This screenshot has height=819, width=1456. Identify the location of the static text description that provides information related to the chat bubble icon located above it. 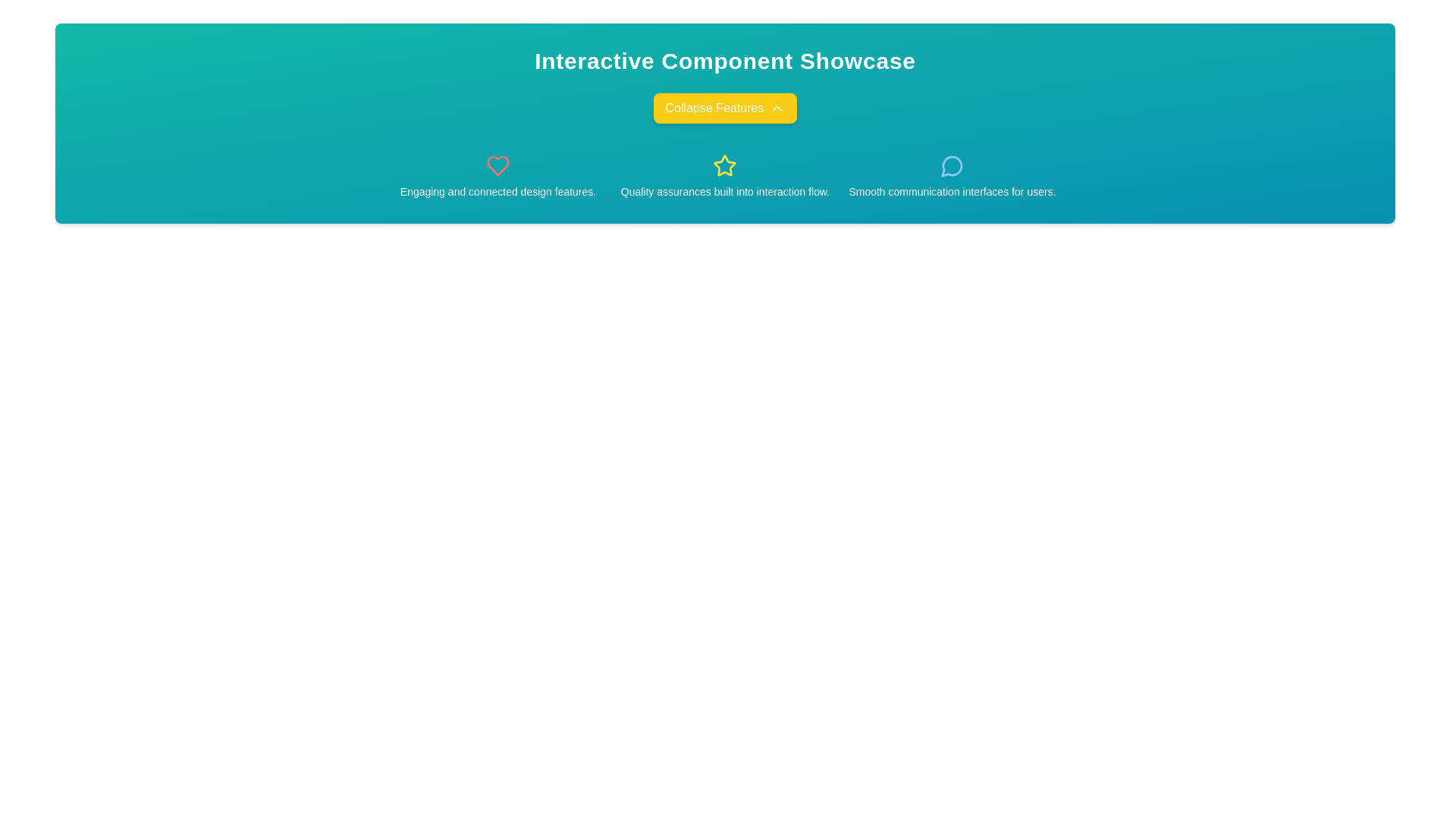
(952, 191).